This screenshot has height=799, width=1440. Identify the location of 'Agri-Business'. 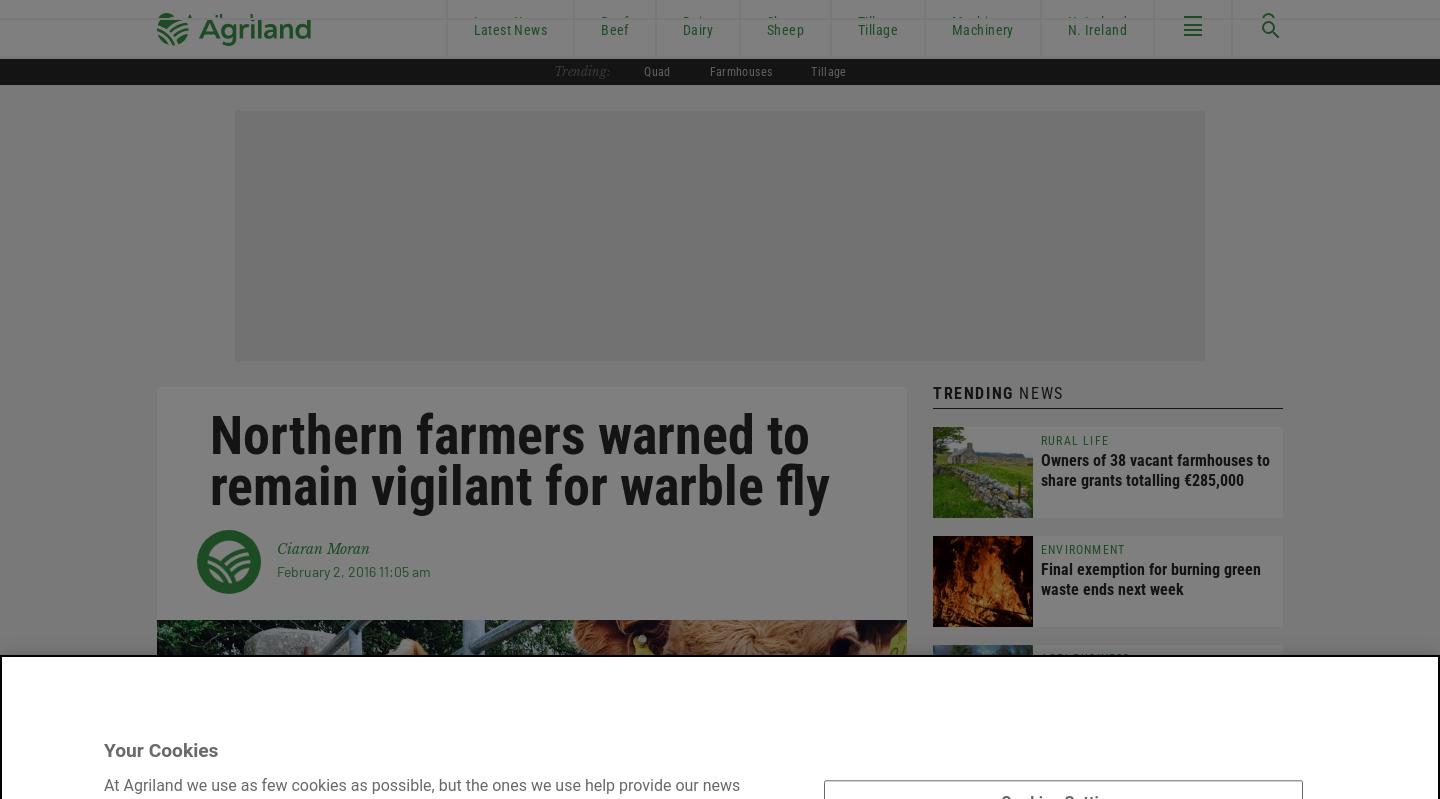
(1084, 656).